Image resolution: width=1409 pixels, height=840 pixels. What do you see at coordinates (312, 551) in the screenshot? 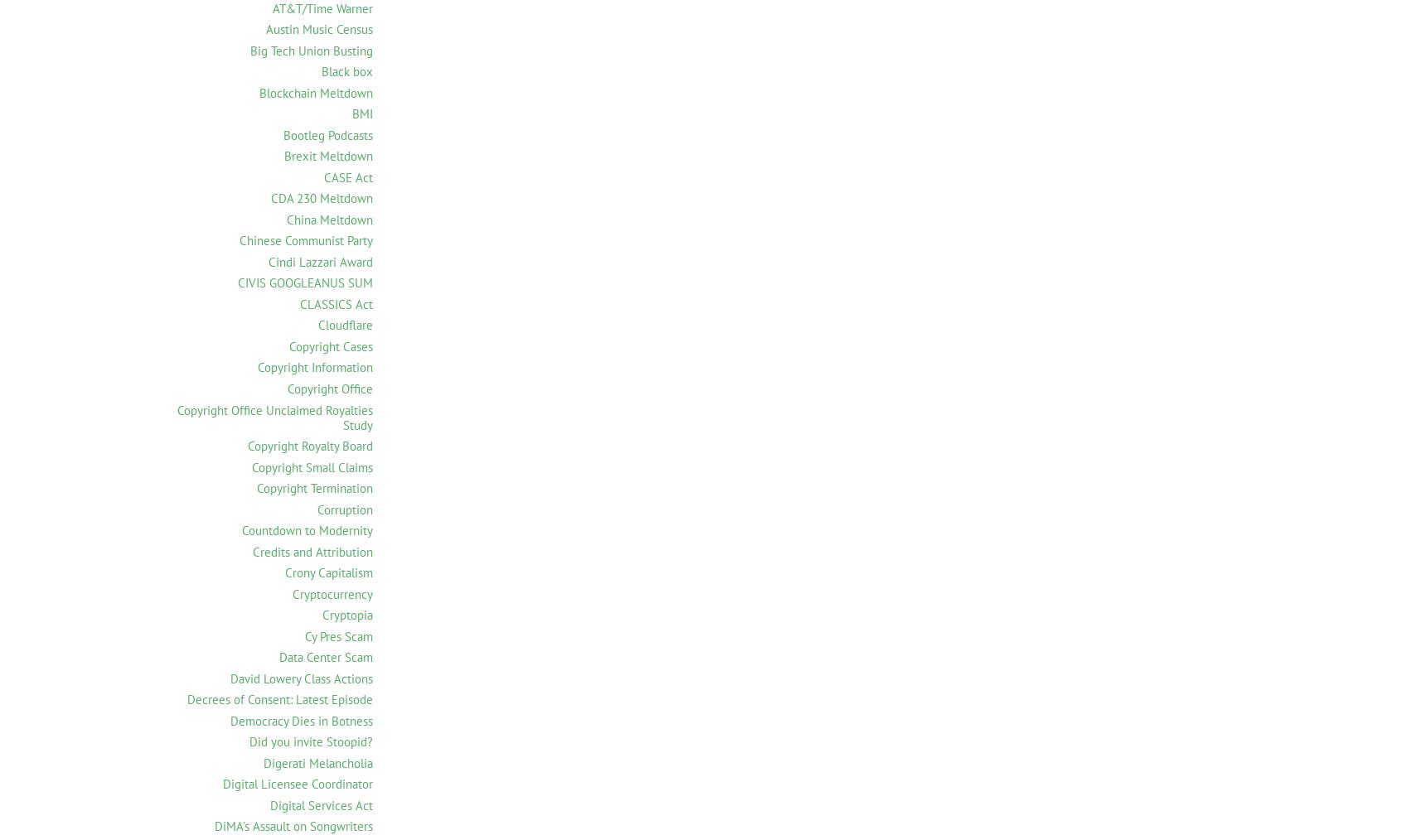
I see `'Credits and Attribution'` at bounding box center [312, 551].